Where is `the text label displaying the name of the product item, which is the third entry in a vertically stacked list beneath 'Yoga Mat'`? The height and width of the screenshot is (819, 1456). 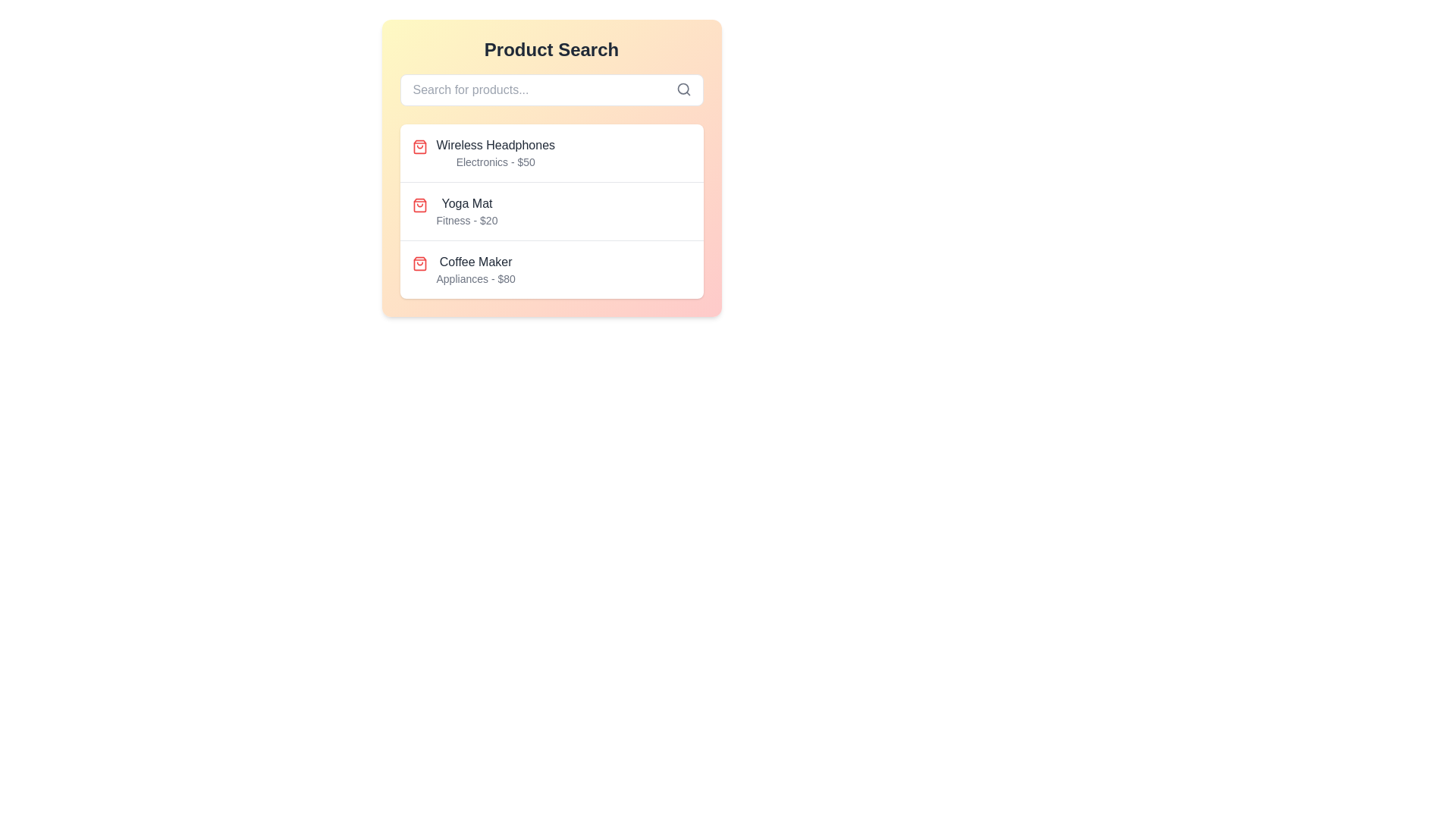 the text label displaying the name of the product item, which is the third entry in a vertically stacked list beneath 'Yoga Mat' is located at coordinates (475, 262).